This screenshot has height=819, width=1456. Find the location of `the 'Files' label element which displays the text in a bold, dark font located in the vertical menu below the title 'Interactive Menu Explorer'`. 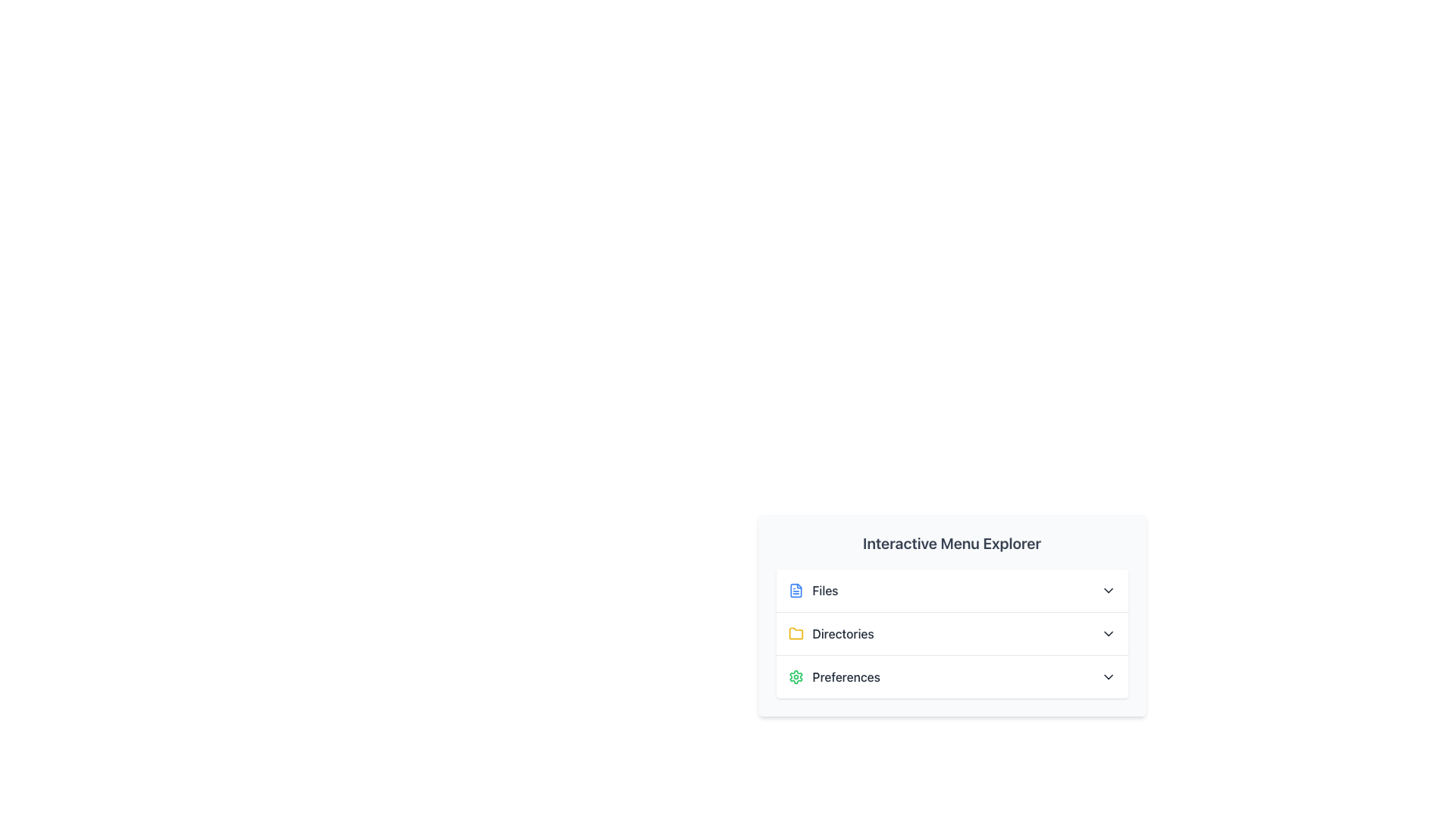

the 'Files' label element which displays the text in a bold, dark font located in the vertical menu below the title 'Interactive Menu Explorer' is located at coordinates (824, 590).